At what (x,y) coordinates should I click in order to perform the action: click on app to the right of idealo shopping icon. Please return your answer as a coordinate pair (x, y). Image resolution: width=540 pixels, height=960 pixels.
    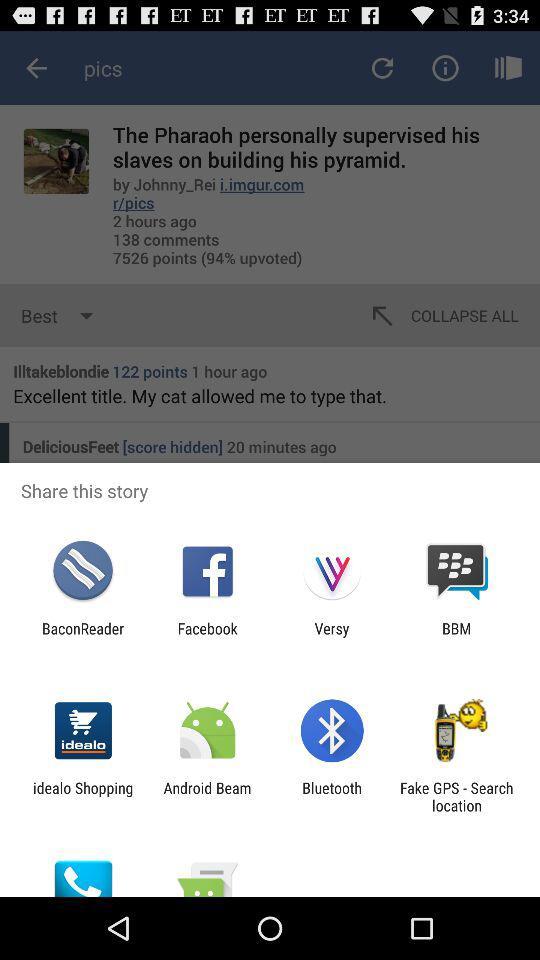
    Looking at the image, I should click on (206, 796).